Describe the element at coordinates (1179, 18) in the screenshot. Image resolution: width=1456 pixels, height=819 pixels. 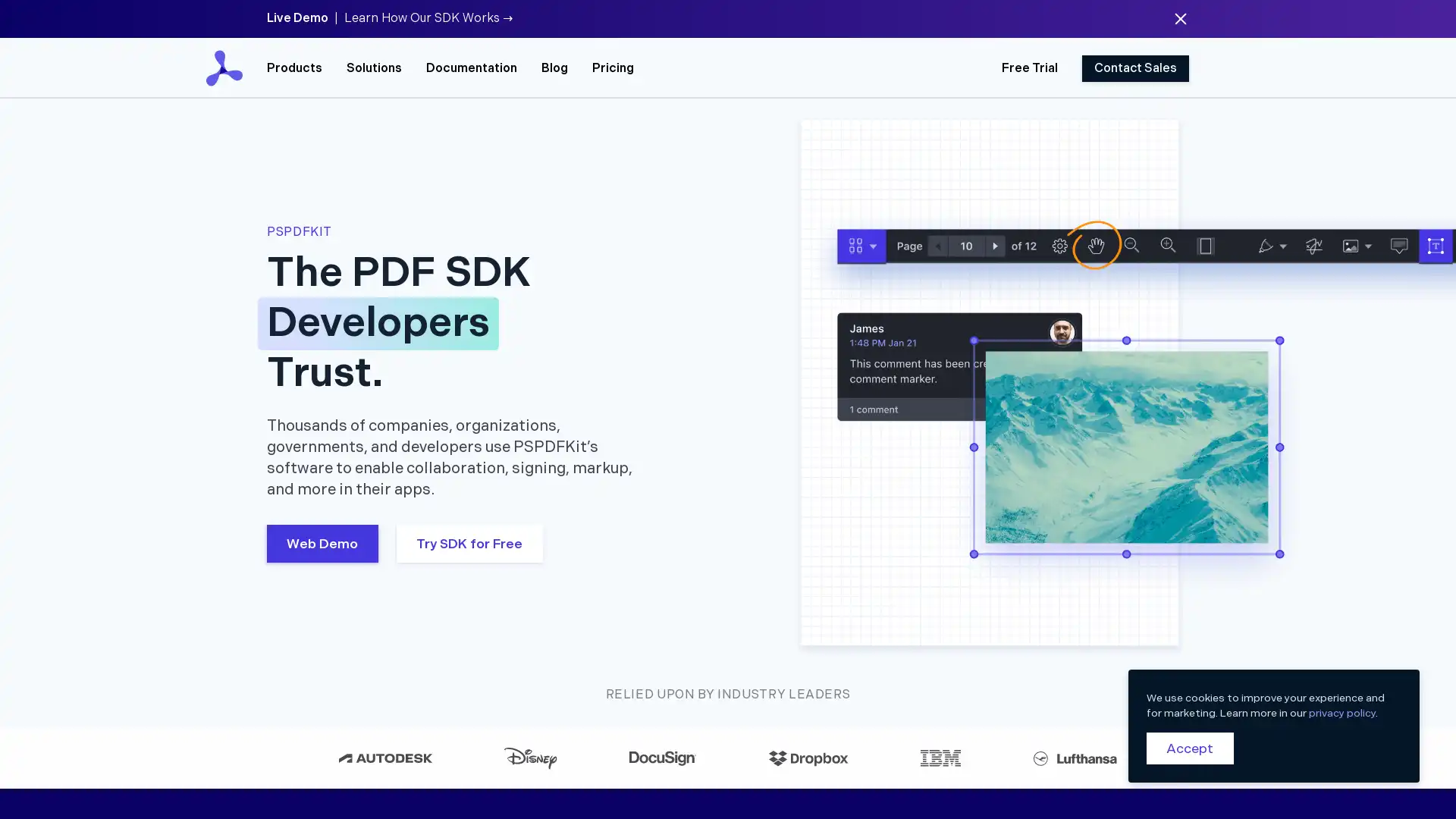
I see `Dismiss` at that location.